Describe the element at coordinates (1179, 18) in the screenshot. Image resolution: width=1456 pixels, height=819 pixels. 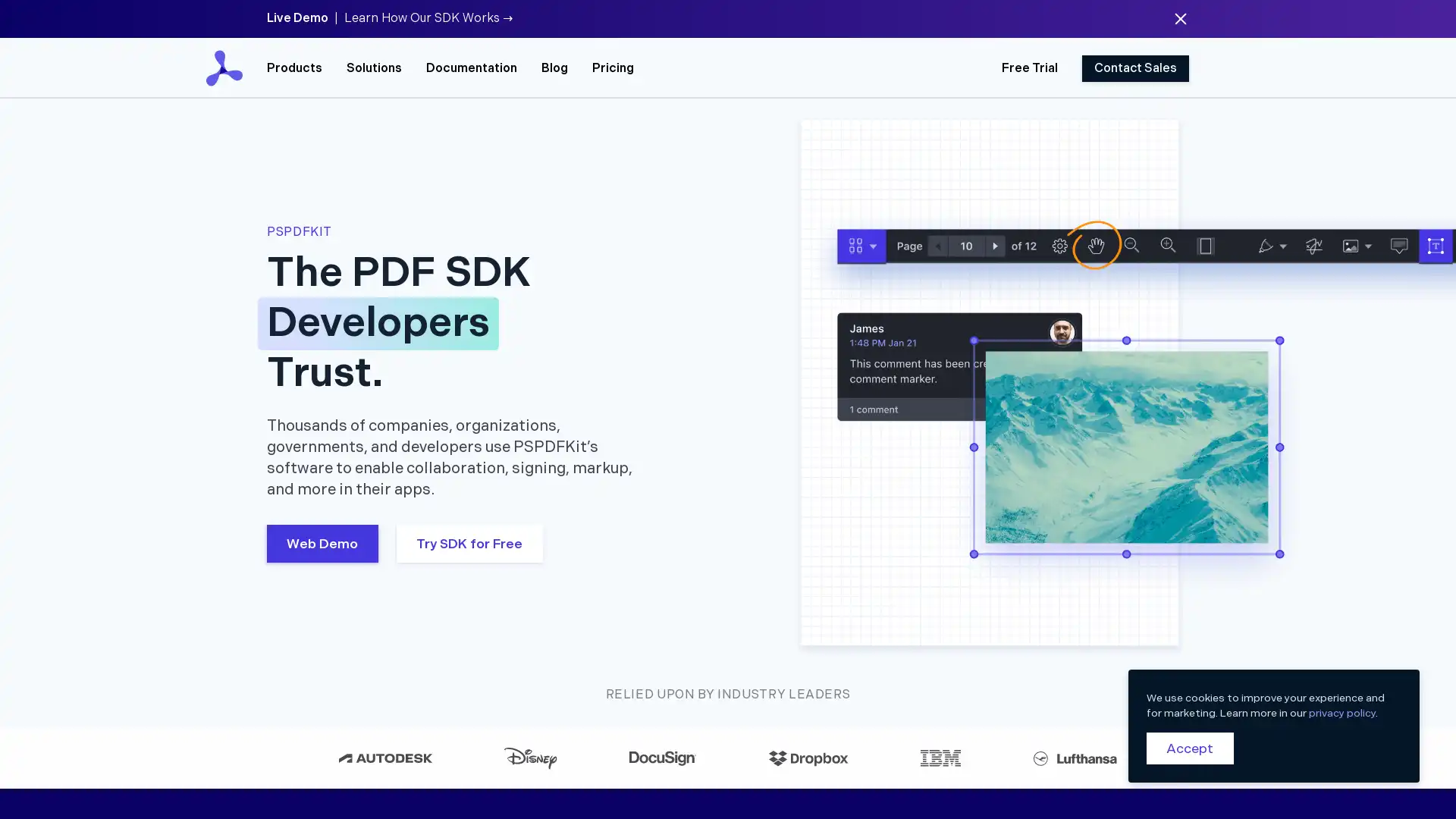
I see `Dismiss` at that location.